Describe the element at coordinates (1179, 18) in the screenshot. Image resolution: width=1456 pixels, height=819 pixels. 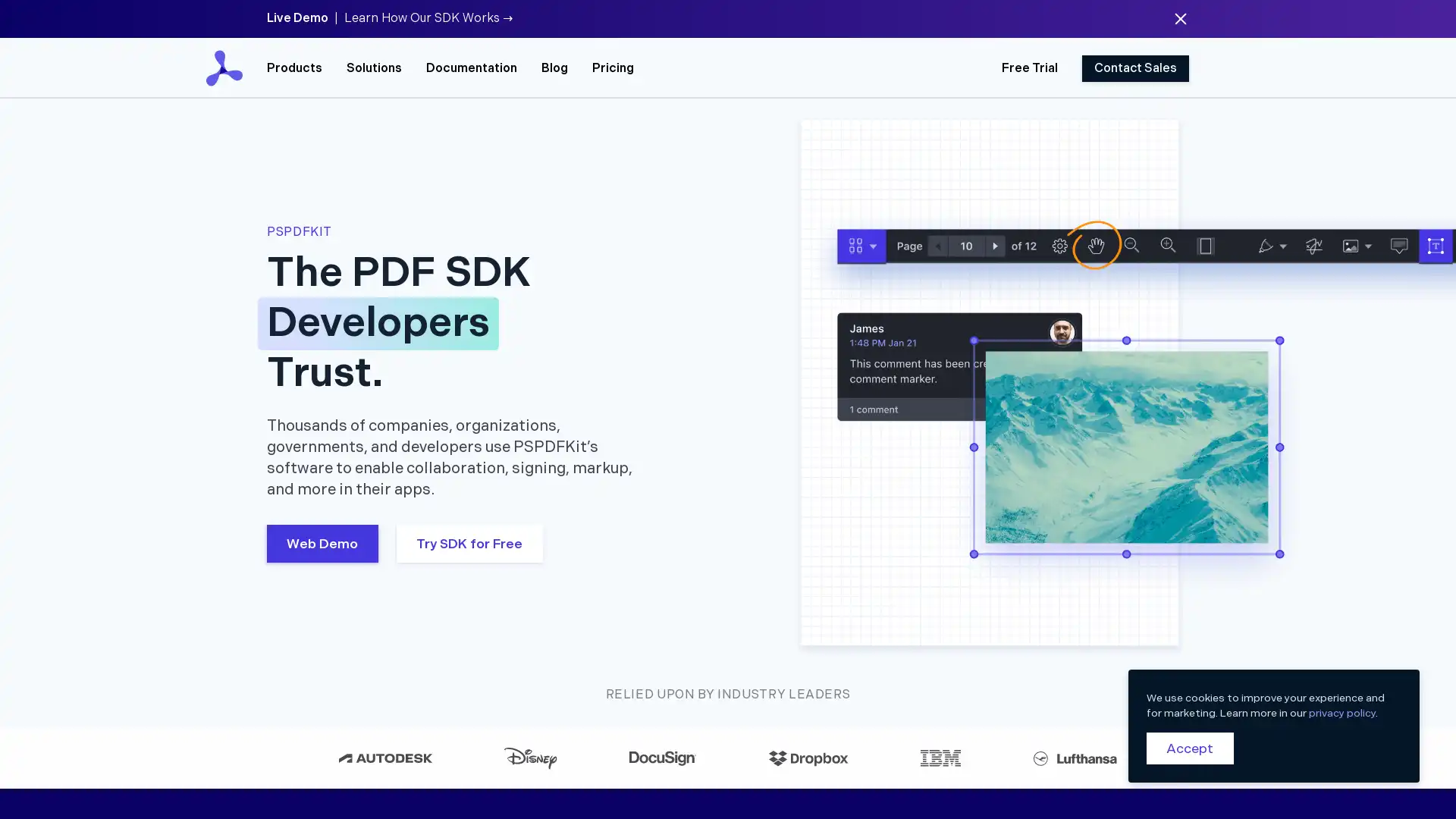
I see `Dismiss` at that location.